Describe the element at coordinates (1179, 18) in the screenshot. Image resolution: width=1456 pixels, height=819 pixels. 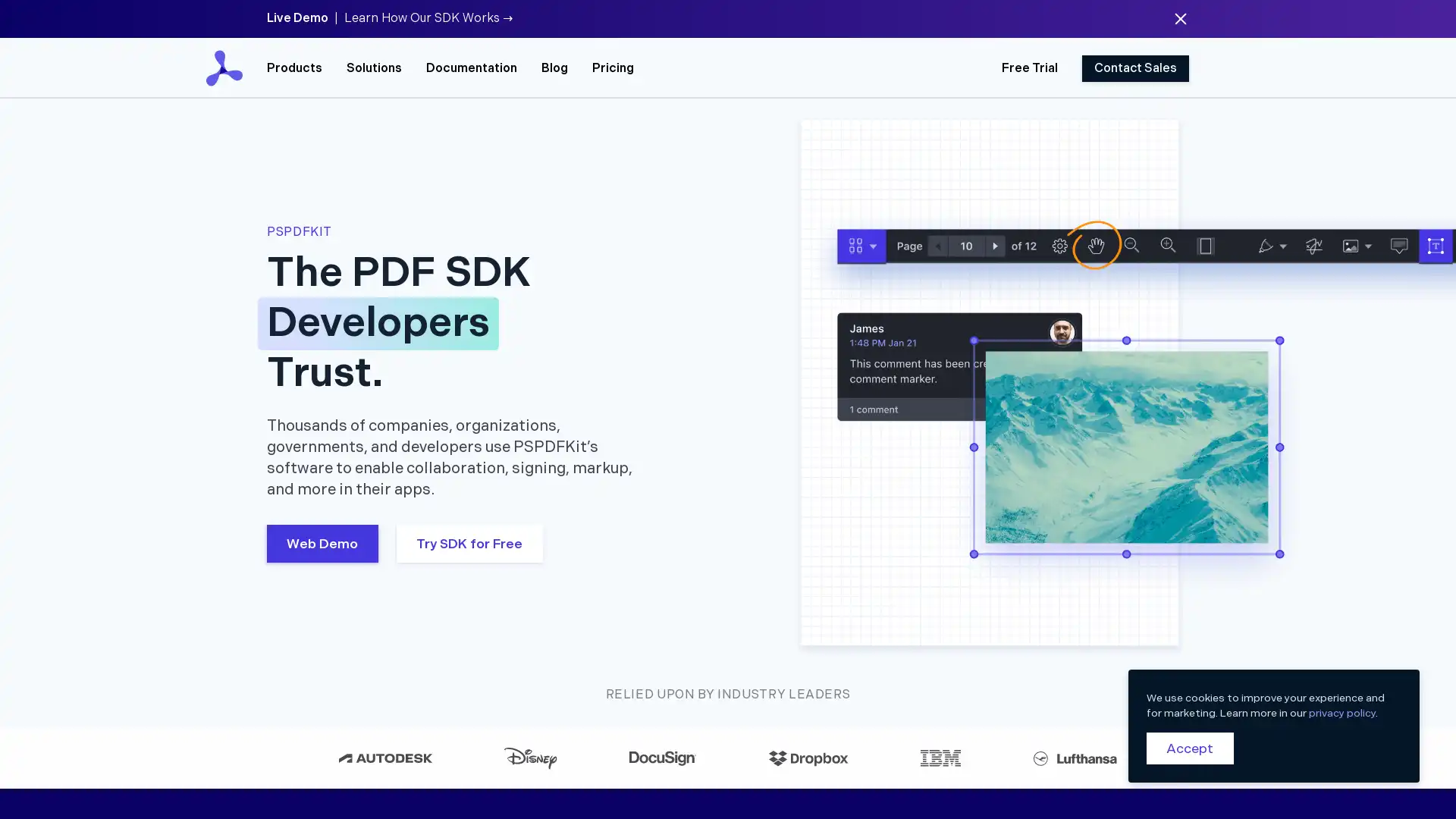
I see `Dismiss` at that location.